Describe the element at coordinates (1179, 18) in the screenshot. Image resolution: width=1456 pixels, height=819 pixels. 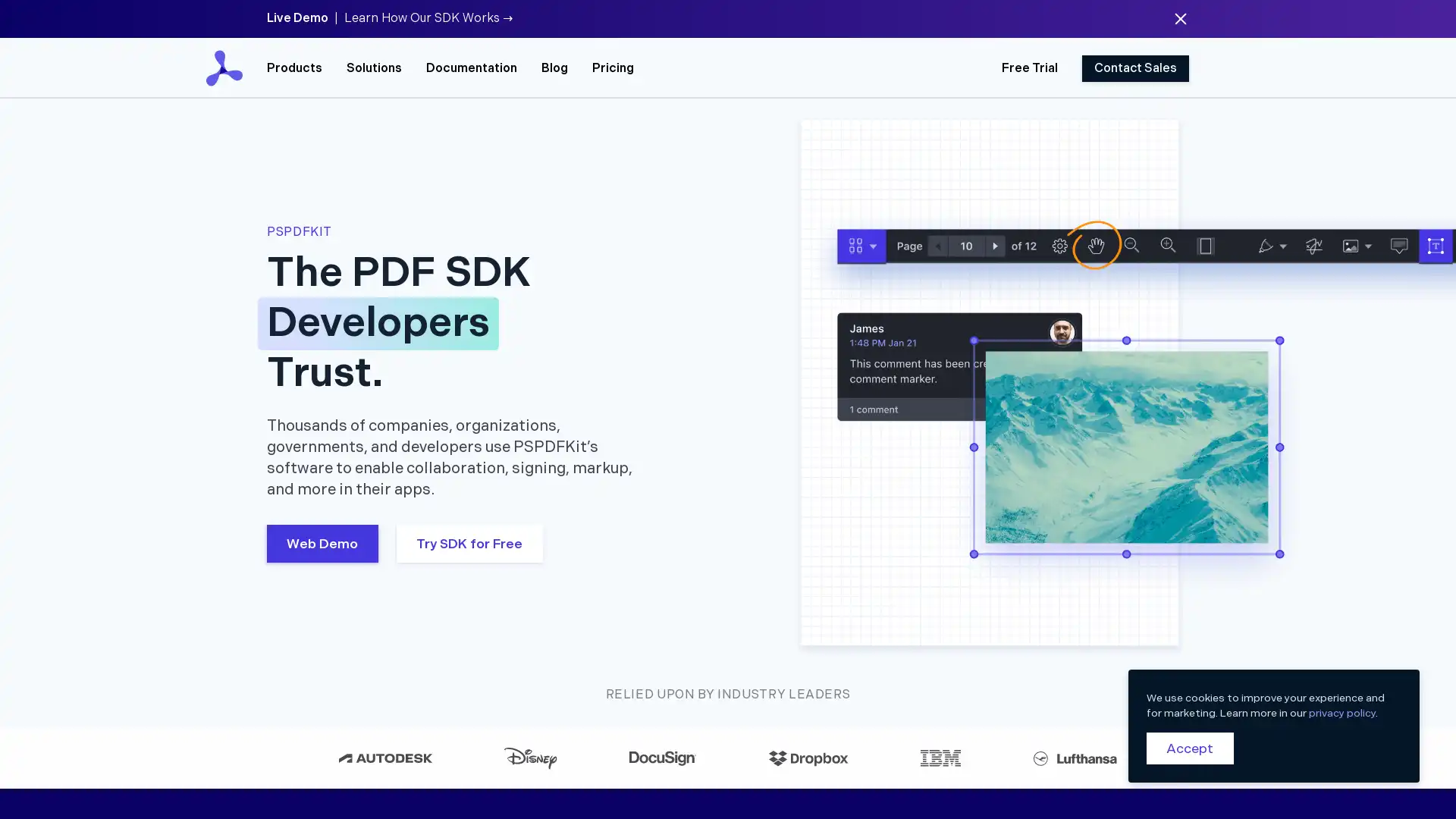
I see `Dismiss` at that location.